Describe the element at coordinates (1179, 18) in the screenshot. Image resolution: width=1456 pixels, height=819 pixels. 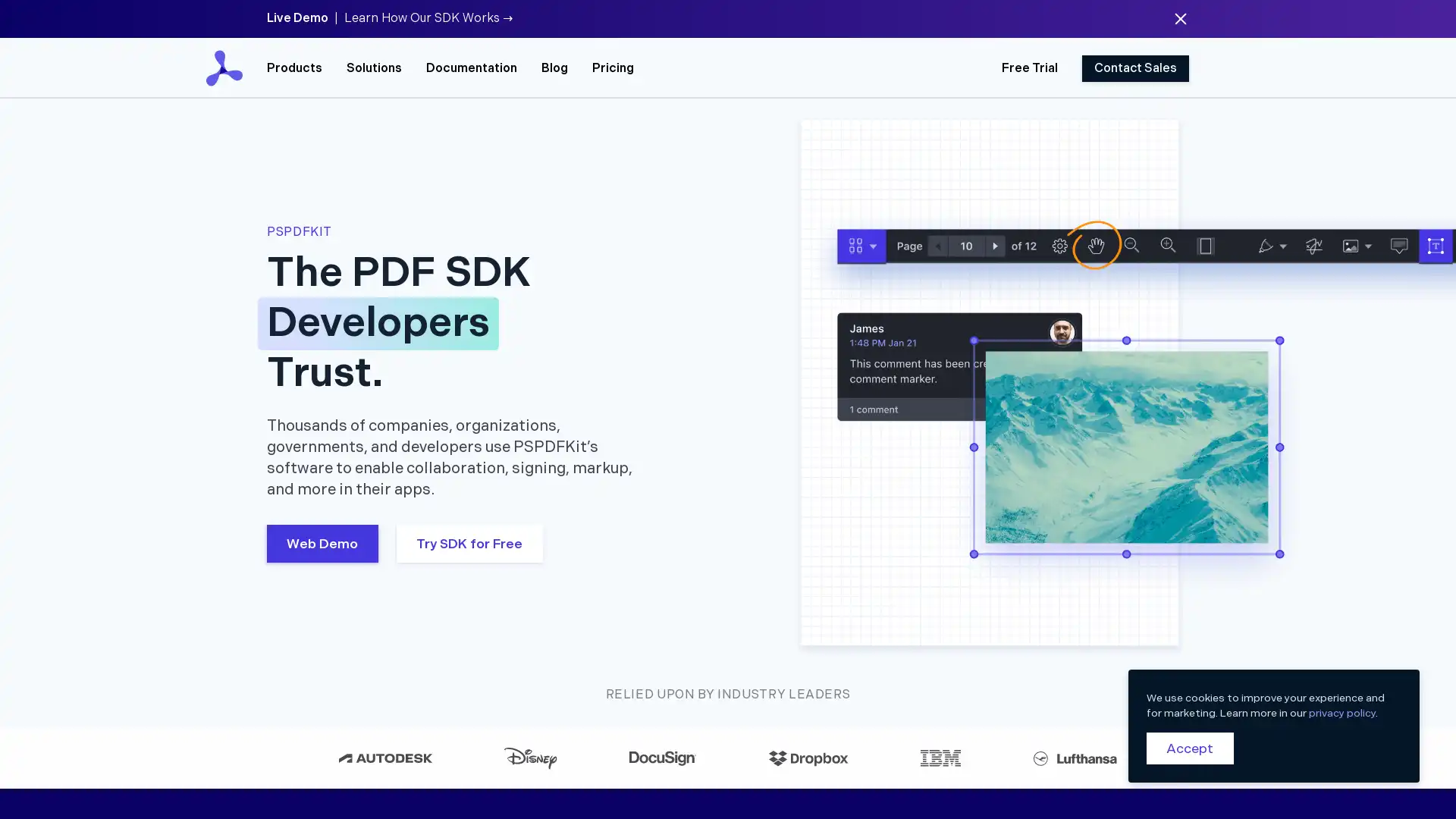
I see `Dismiss` at that location.